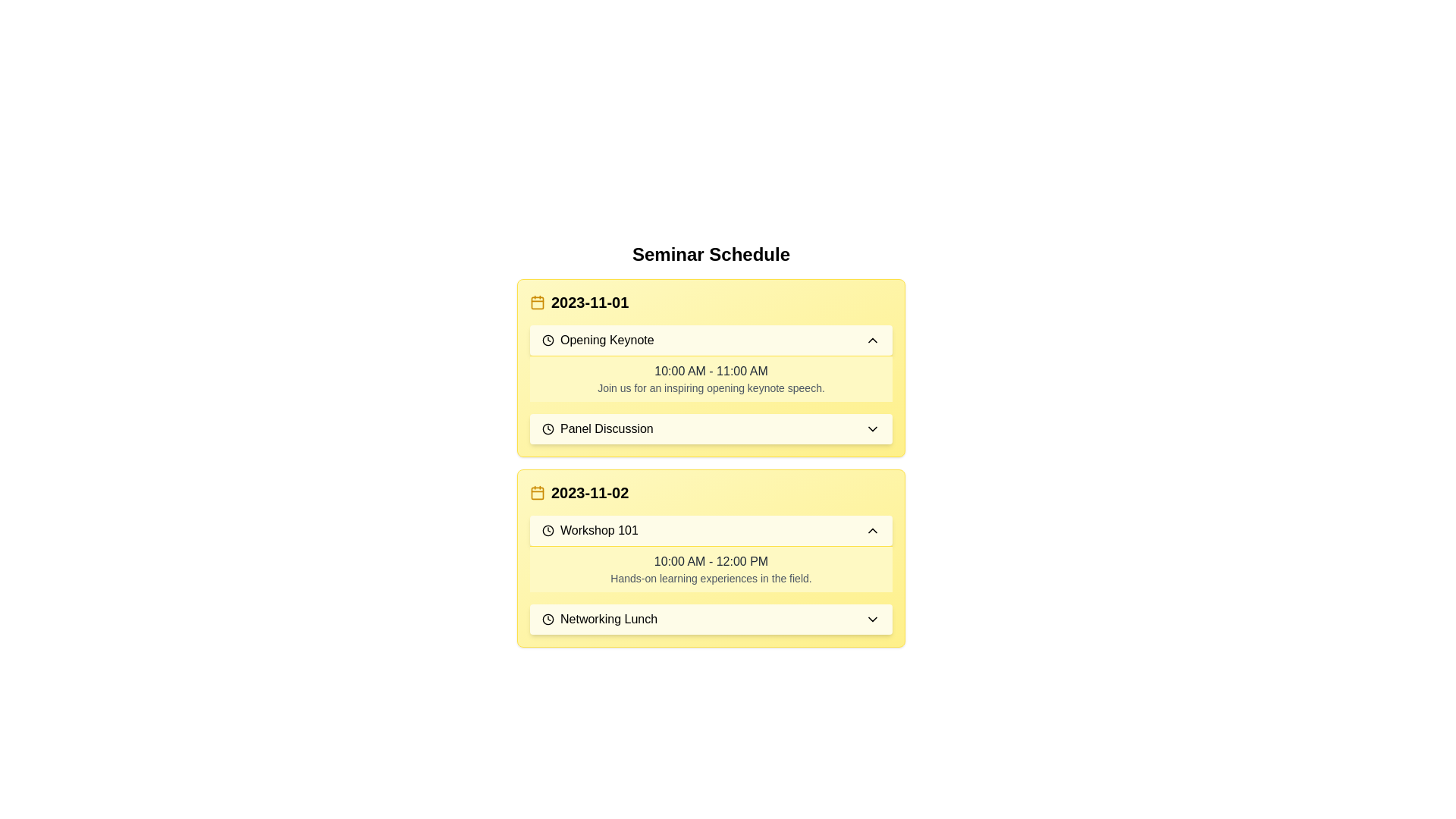 The width and height of the screenshot is (1456, 819). I want to click on the upward-pointing chevron icon/button located at the far-right side of the 'Workshop 101' section, so click(873, 529).